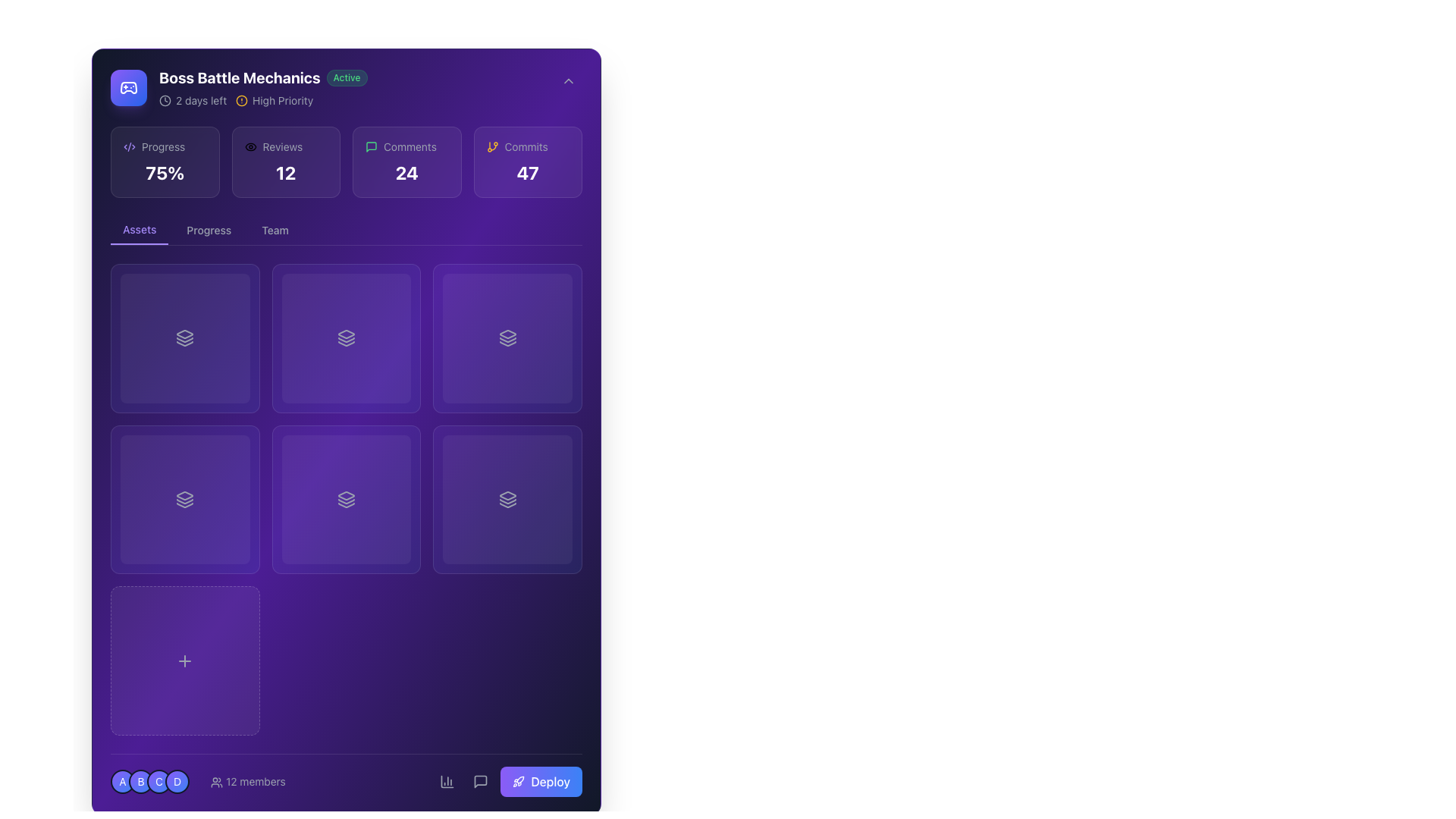 This screenshot has width=1456, height=819. Describe the element at coordinates (507, 334) in the screenshot. I see `the topmost SVG vector graphic element located in the middle-right slot of a 3x3 grid layout, which has a sharp geometric design` at that location.